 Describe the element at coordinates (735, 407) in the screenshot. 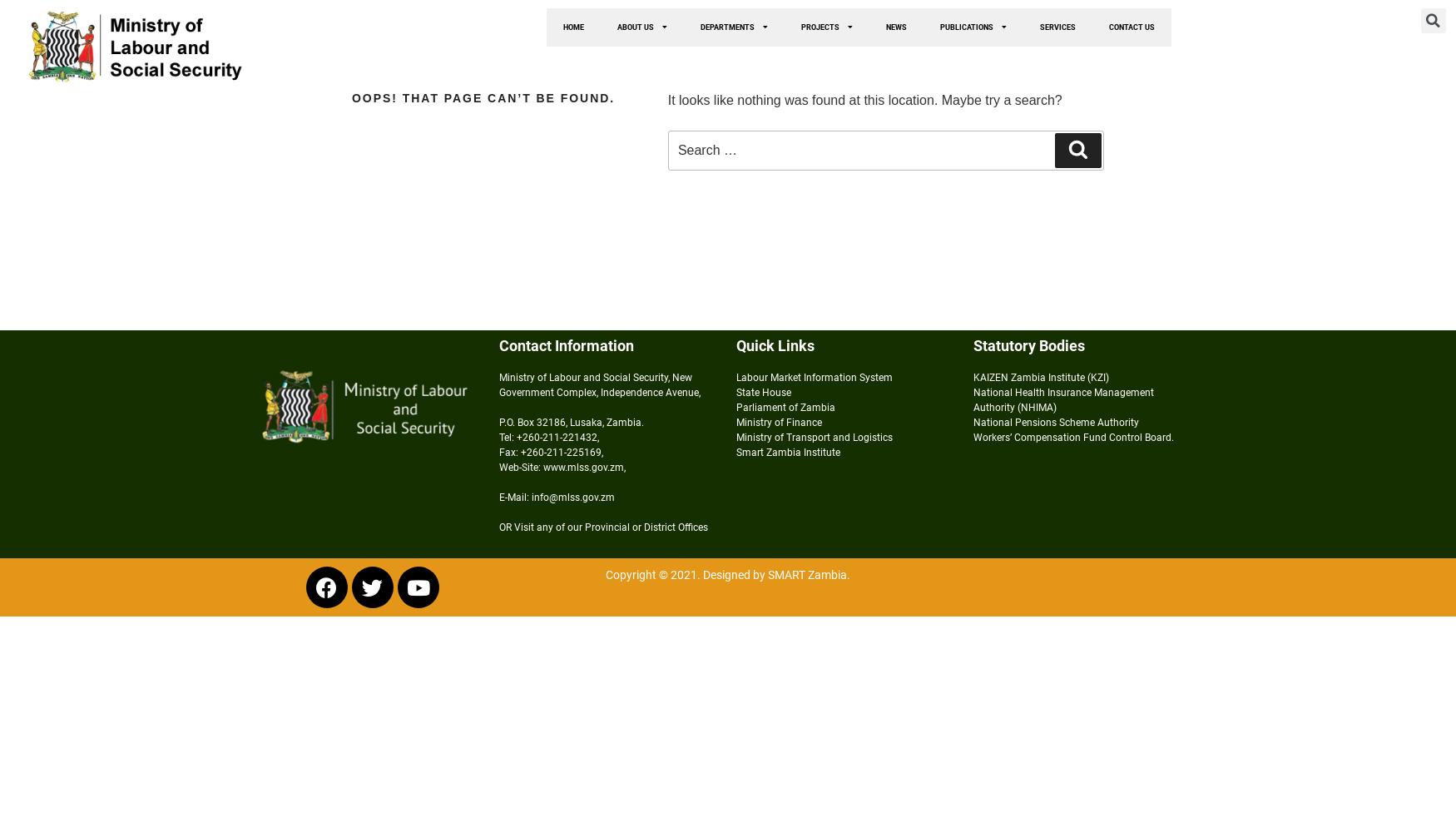

I see `'Parliament of Zambia'` at that location.